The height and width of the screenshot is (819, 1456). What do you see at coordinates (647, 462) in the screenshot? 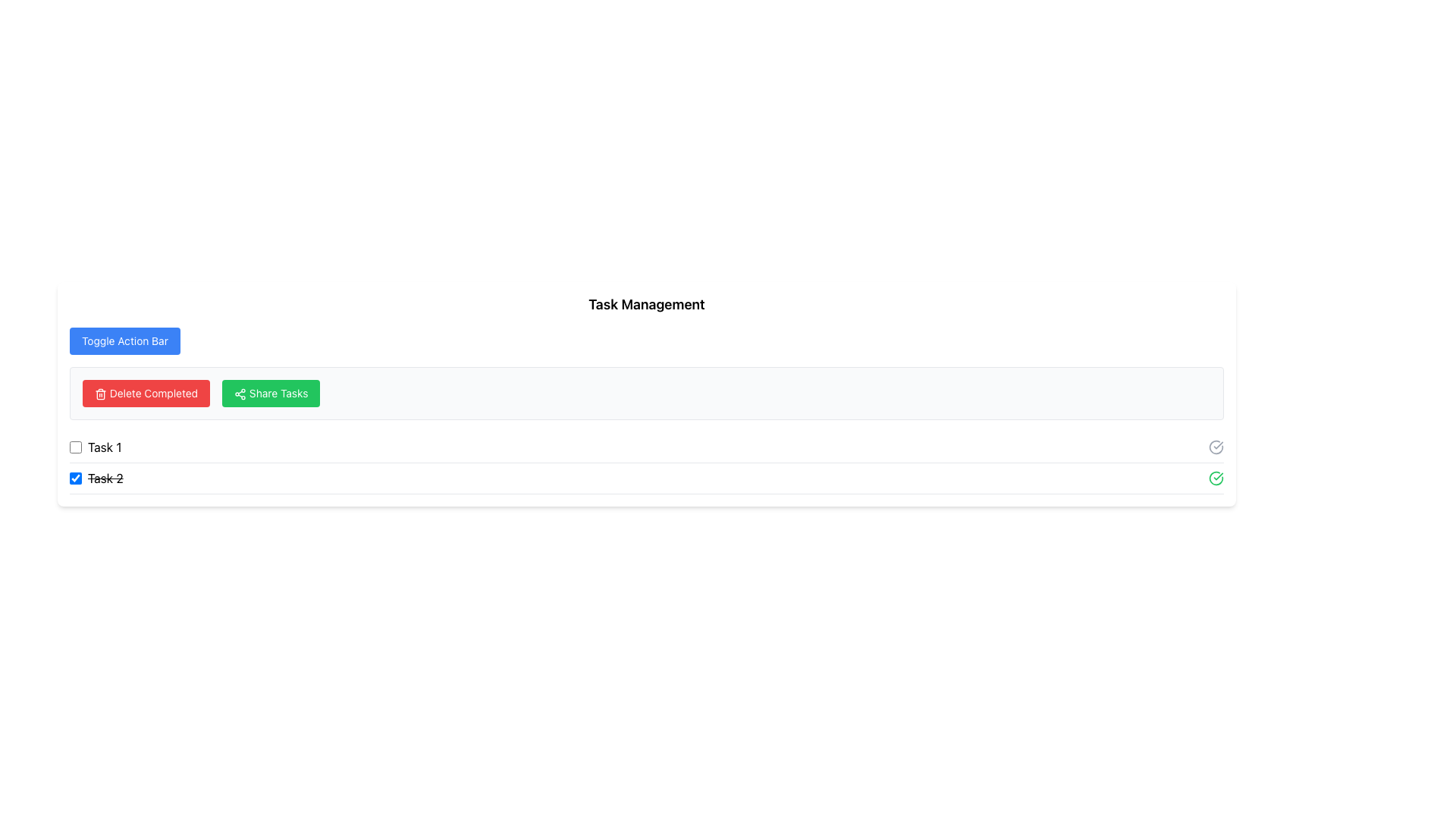
I see `and drop` at bounding box center [647, 462].